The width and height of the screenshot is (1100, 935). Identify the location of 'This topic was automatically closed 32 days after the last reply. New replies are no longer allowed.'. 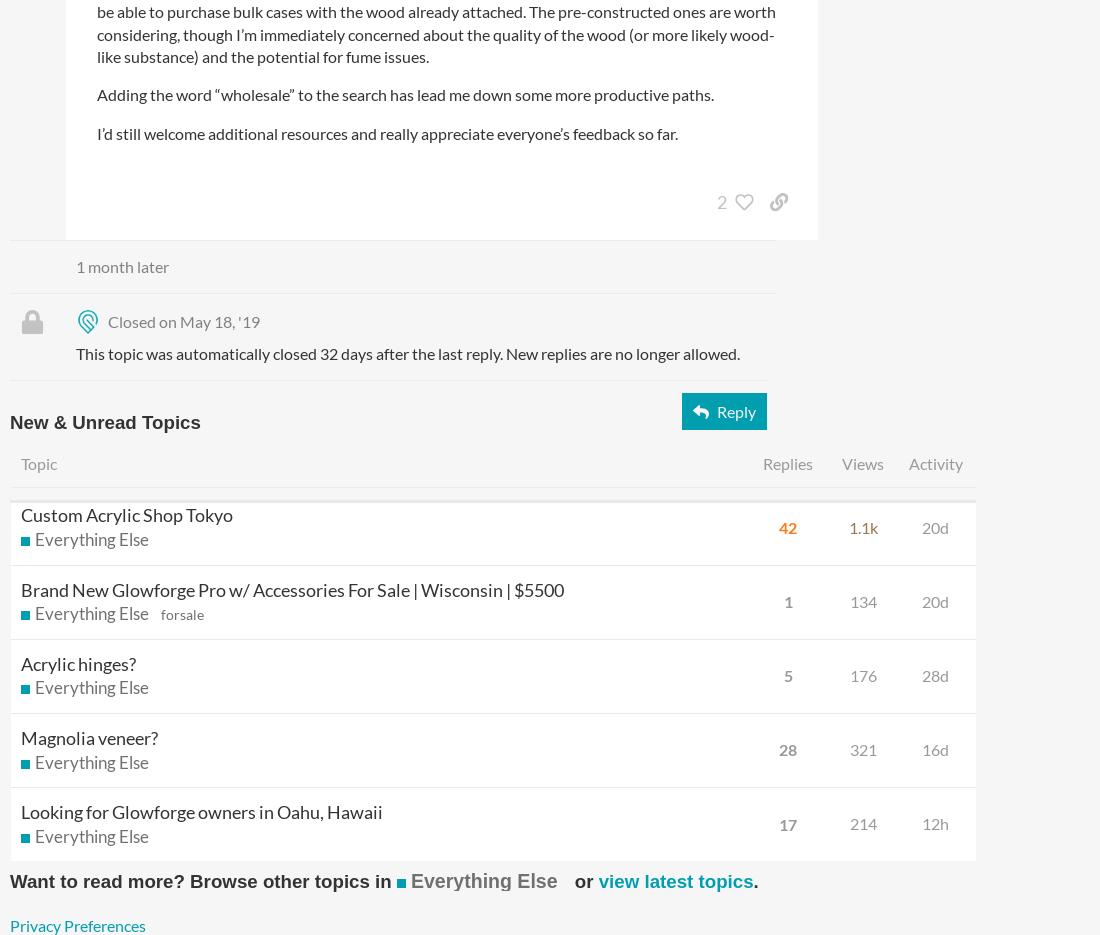
(407, 352).